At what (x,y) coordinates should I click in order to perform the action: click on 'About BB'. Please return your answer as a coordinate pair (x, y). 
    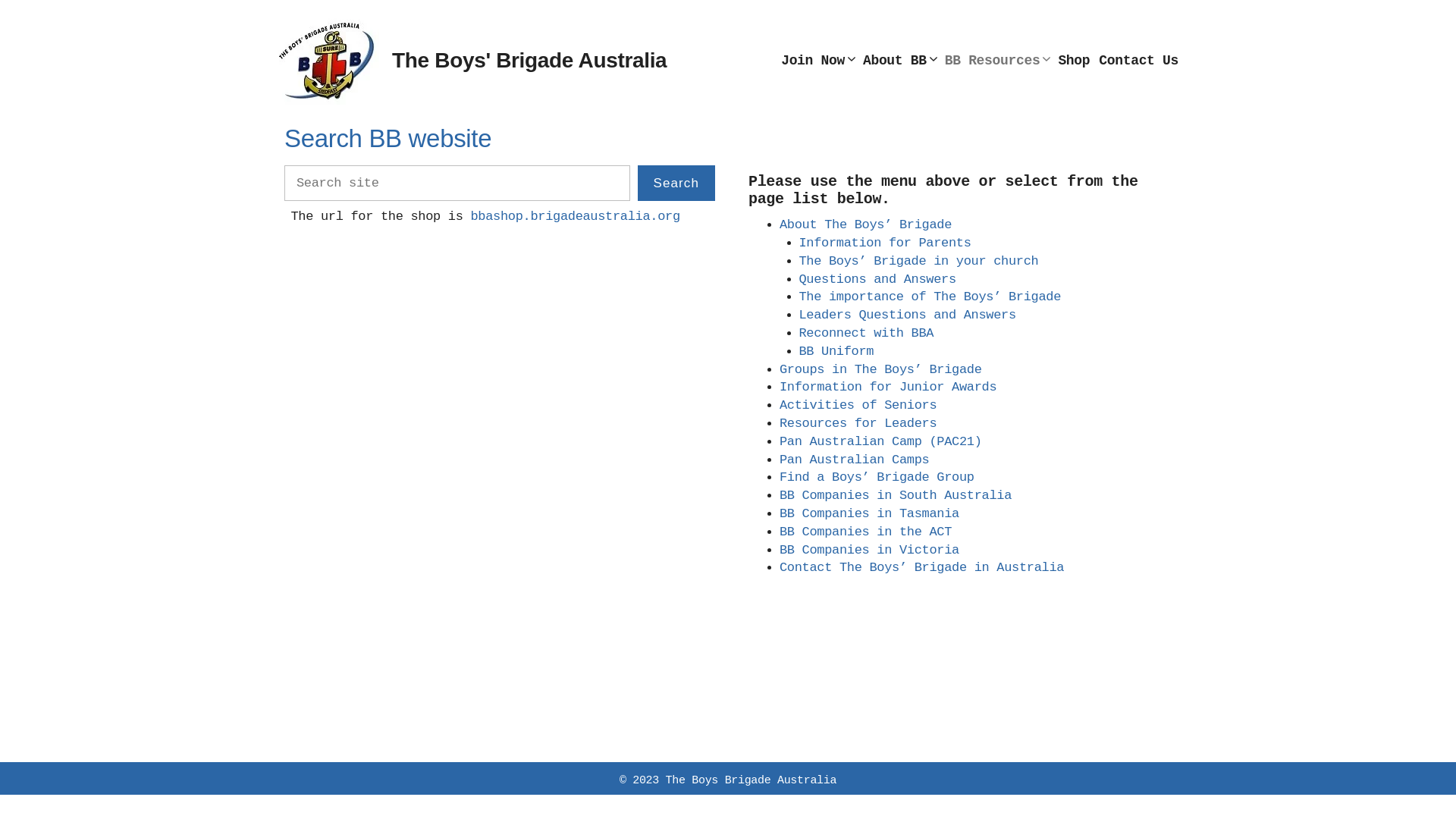
    Looking at the image, I should click on (899, 60).